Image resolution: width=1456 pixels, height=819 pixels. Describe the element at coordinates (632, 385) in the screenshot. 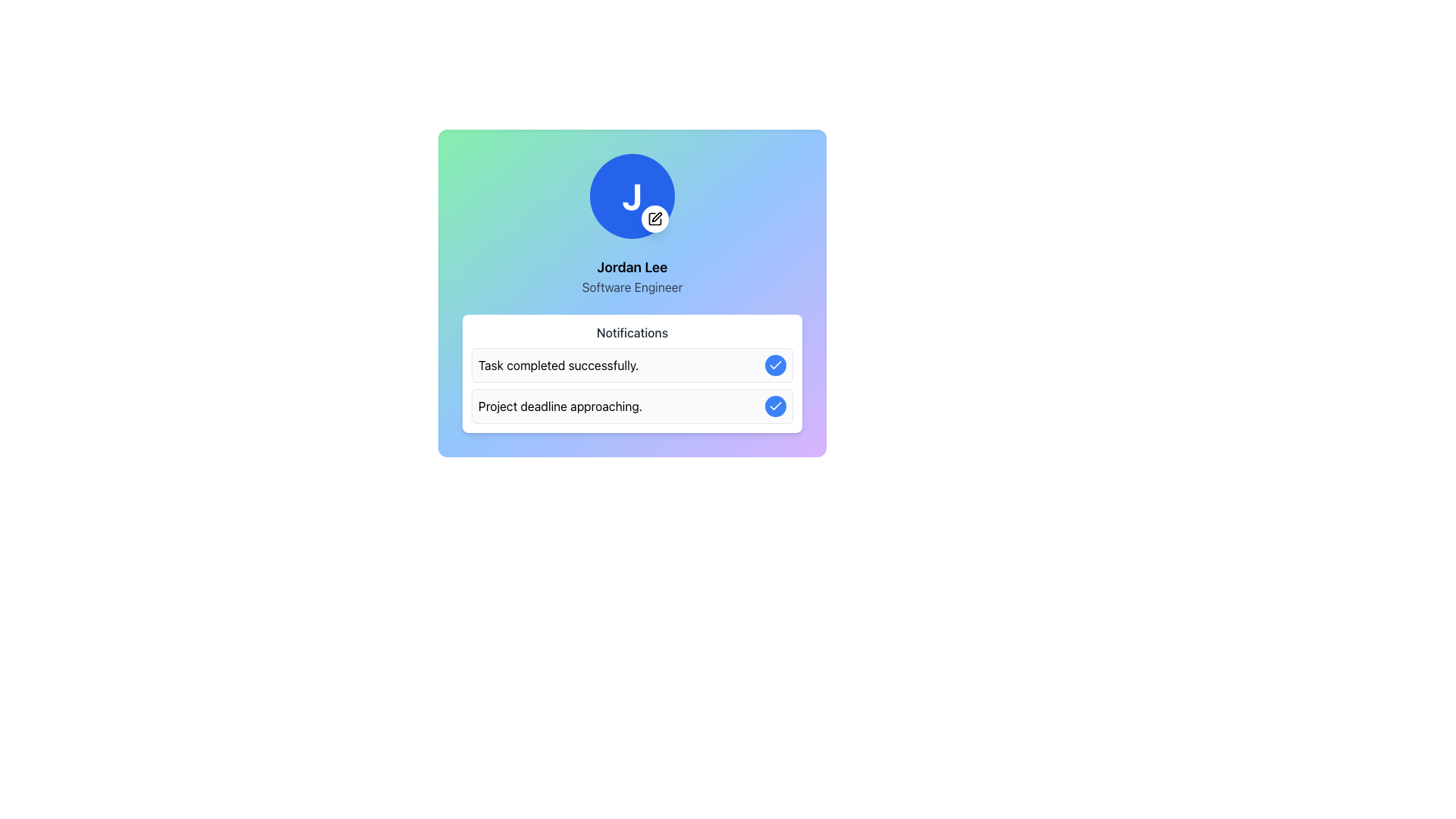

I see `the second notification list item, which reads 'Project deadline approaching.'` at that location.